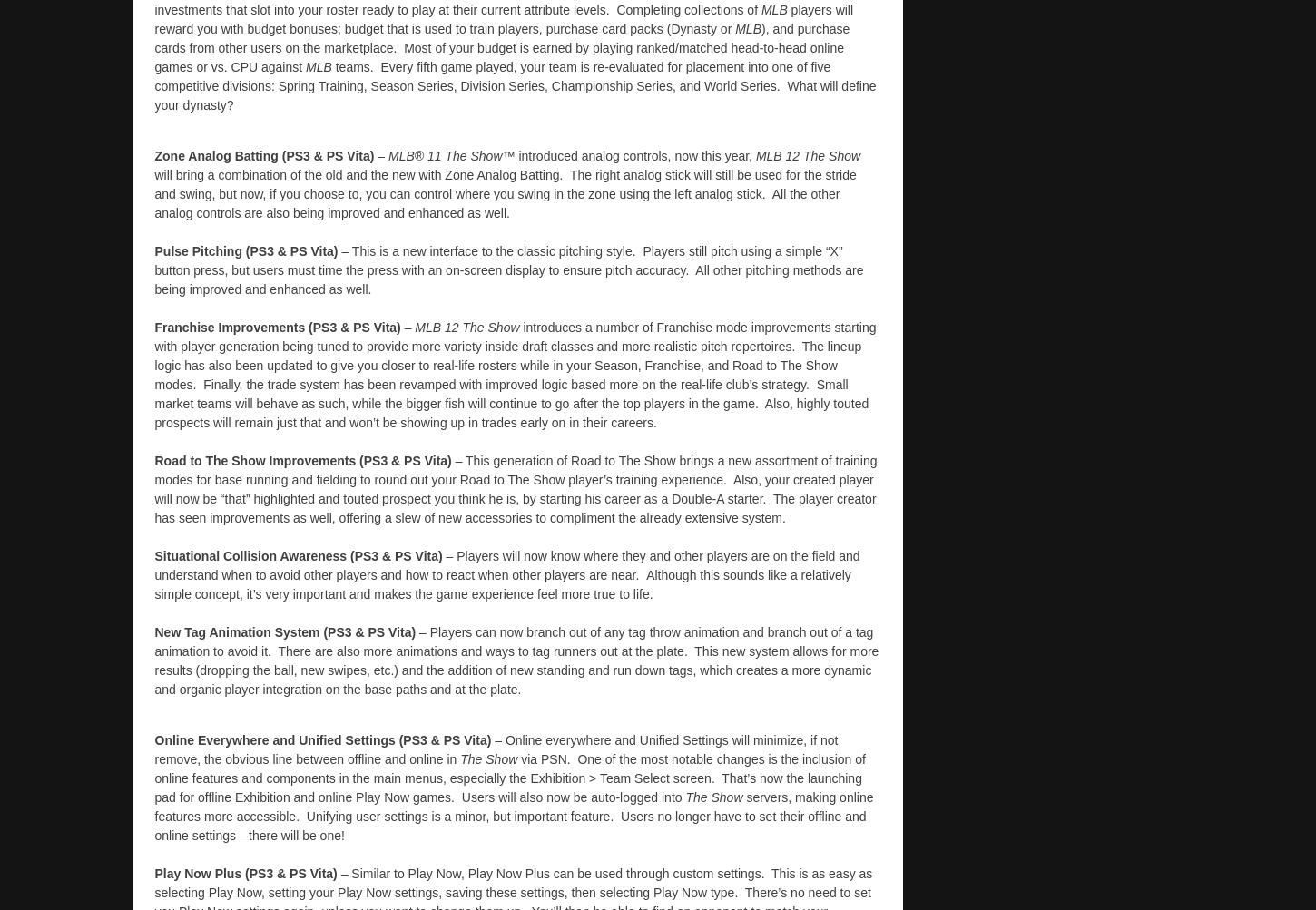  Describe the element at coordinates (505, 193) in the screenshot. I see `'will bring a combination of the old and the new with Zone Analog Batting.  The right analog stick will still be used for the stride and swing, but now, if you choose to, you can control where you swing in the zone using the left analog stick.  All the other analog controls are also being improved and enhanced as well.'` at that location.